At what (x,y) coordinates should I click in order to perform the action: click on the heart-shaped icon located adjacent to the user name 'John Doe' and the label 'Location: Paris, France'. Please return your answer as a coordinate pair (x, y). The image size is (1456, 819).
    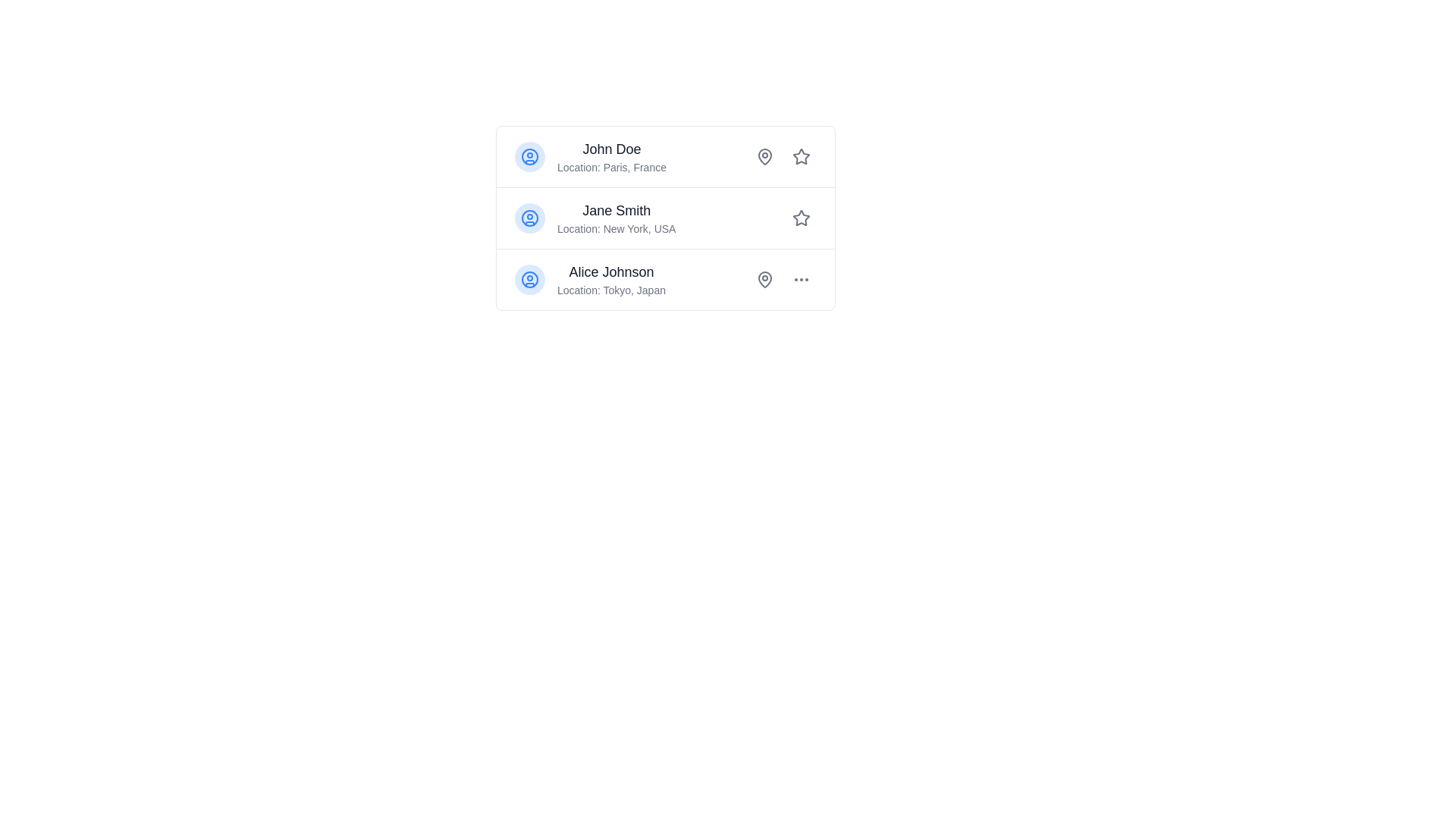
    Looking at the image, I should click on (764, 155).